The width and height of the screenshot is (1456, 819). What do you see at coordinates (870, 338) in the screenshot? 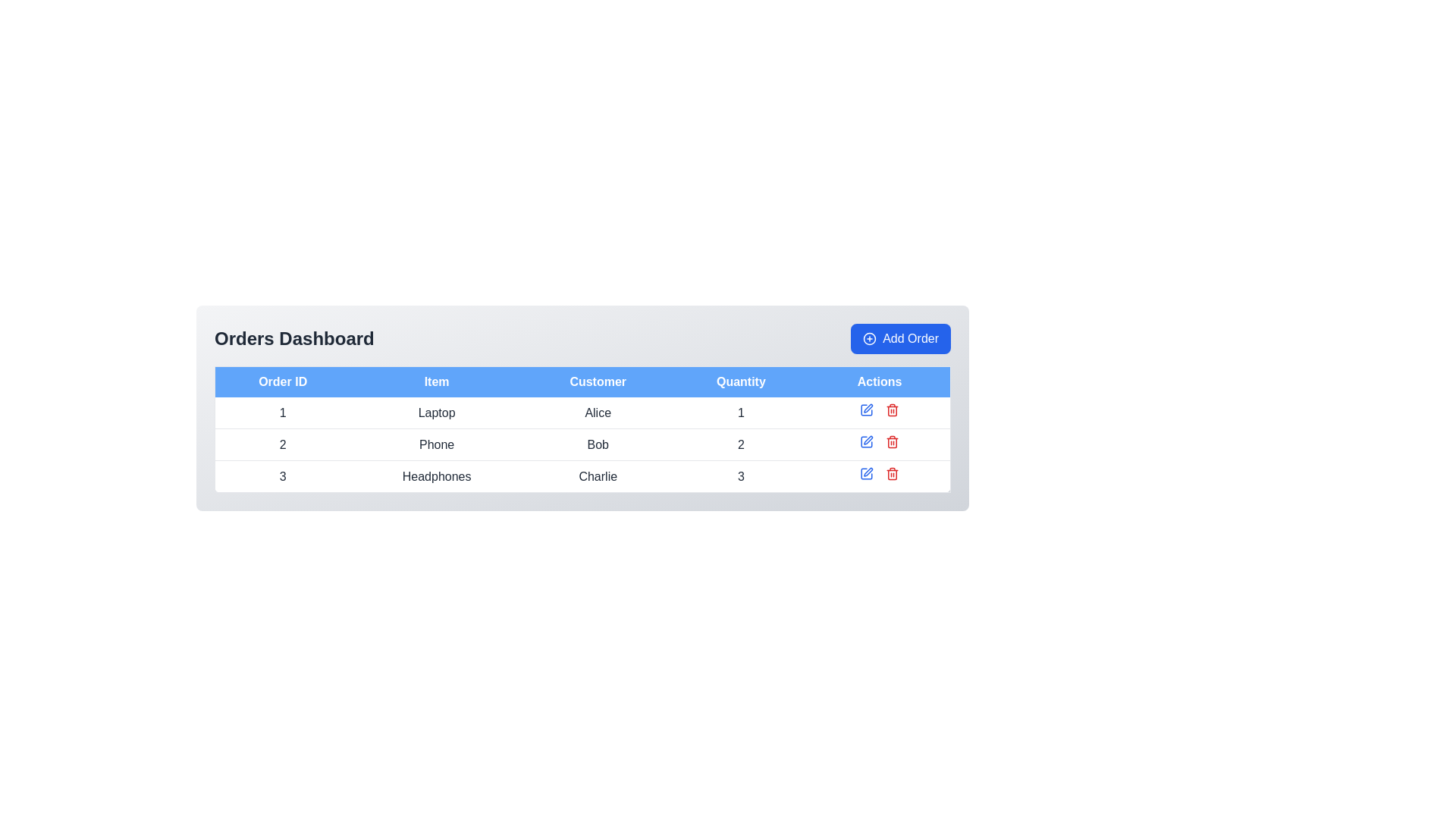
I see `the 'Add Order' button which features a thin circular outline as part of the plus icon located at the top-right corner of the dashboard interface` at bounding box center [870, 338].